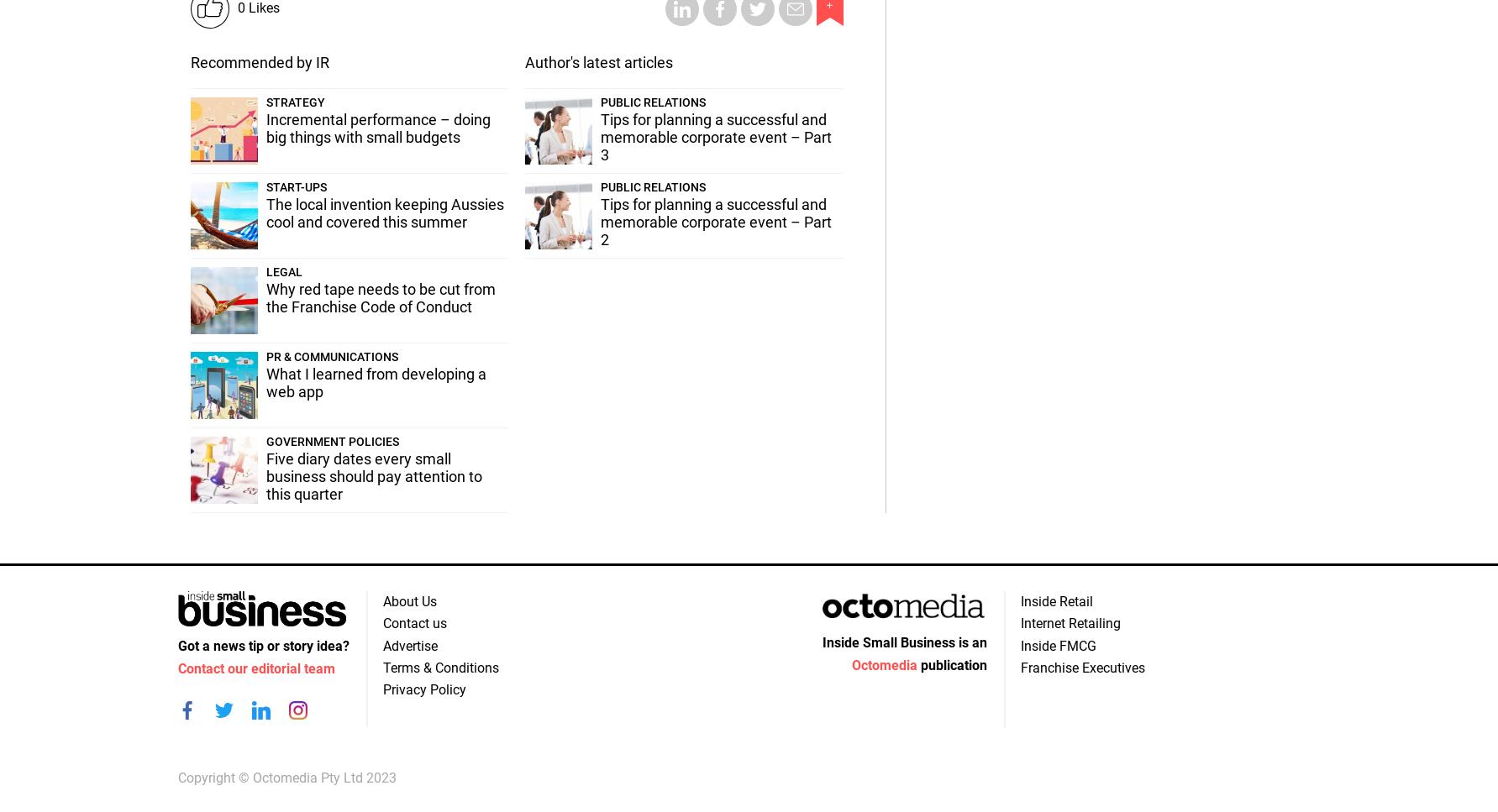 This screenshot has width=1498, height=812. What do you see at coordinates (264, 128) in the screenshot?
I see `'Incremental performance – doing big things with small budgets'` at bounding box center [264, 128].